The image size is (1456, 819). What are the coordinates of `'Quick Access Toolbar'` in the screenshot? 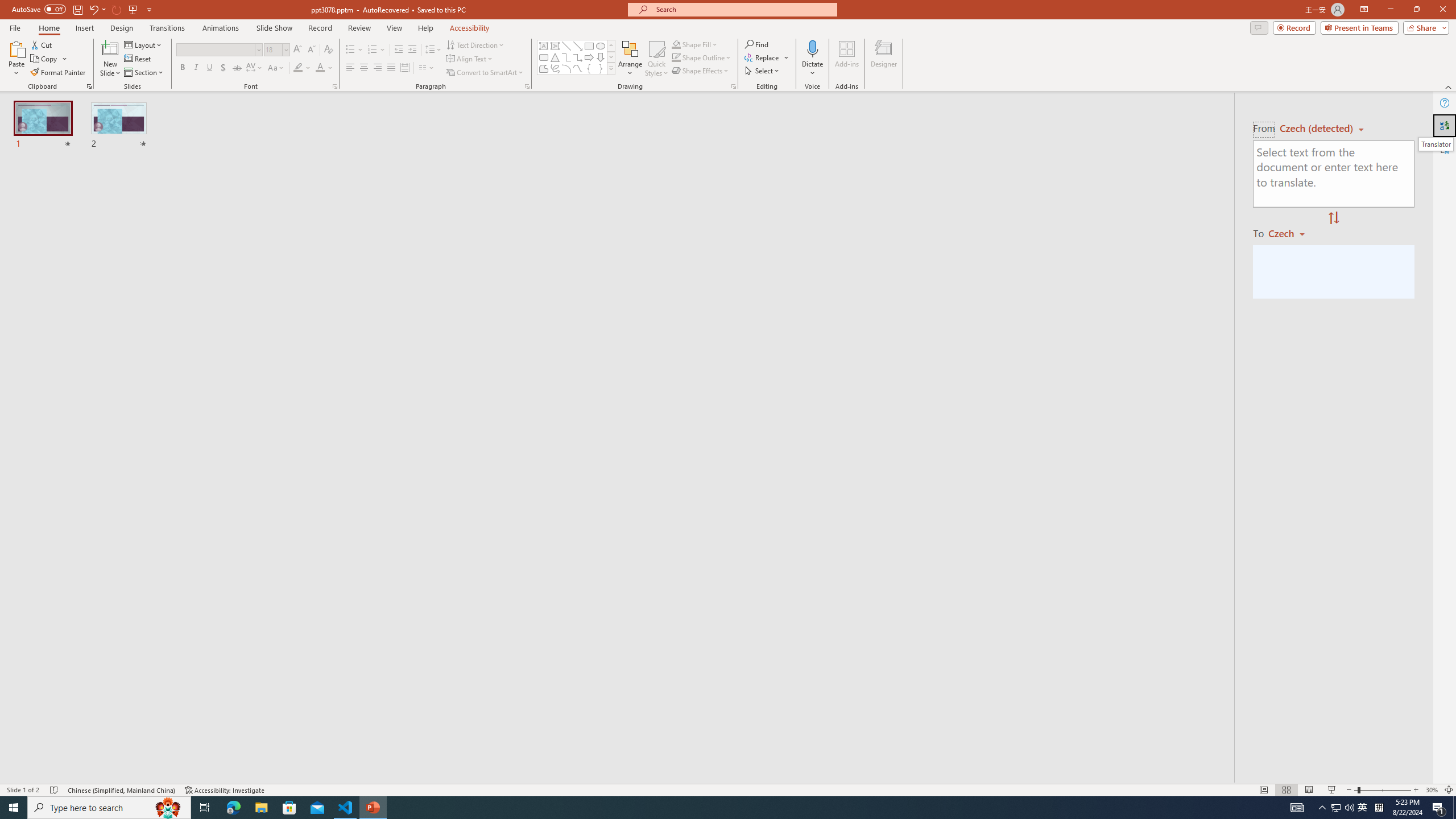 It's located at (82, 9).